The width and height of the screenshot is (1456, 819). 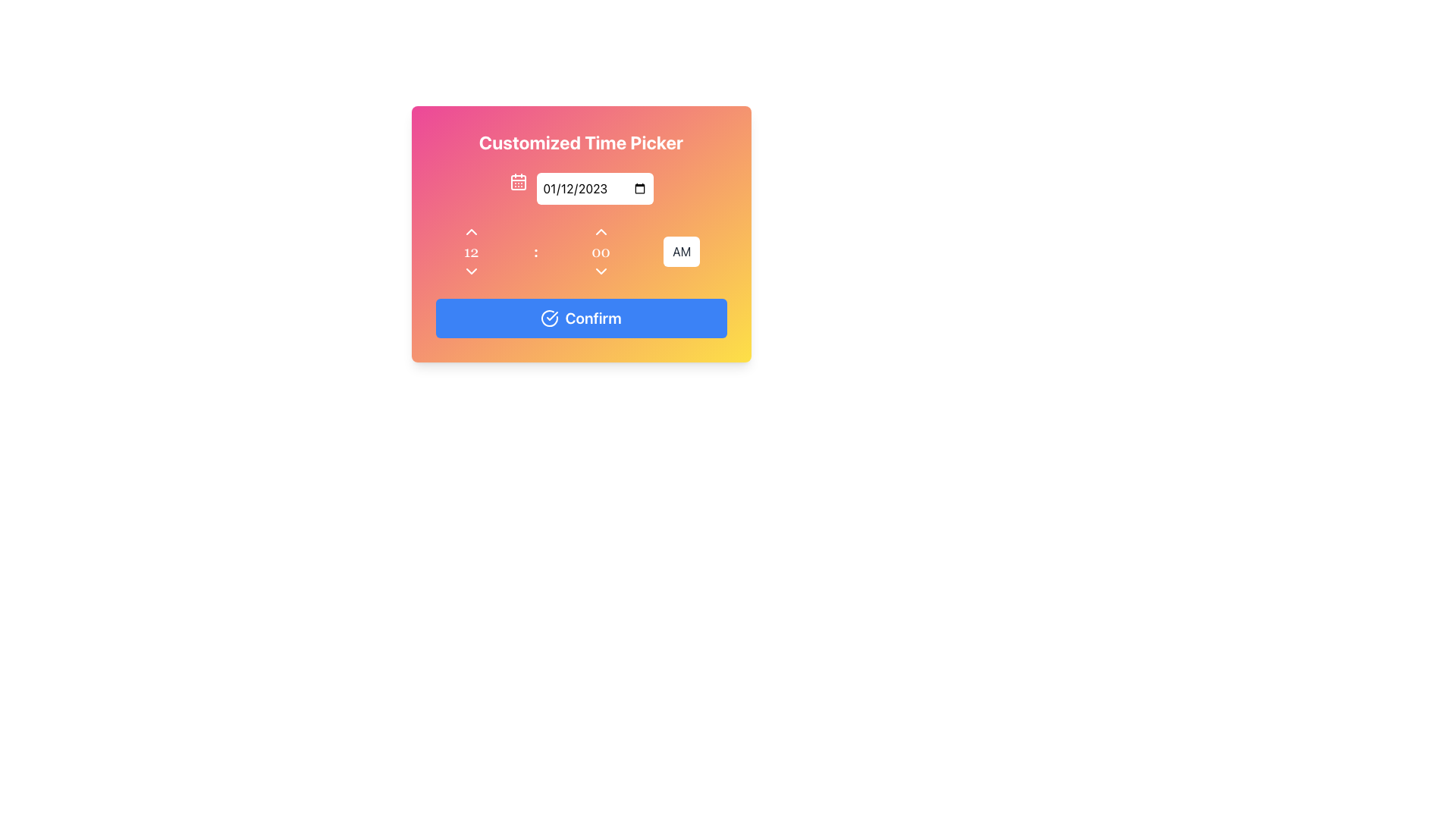 I want to click on the toggle button that switches between 'AM' and 'PM' in the time selection interface, located to the right of the hour and minute selectors, so click(x=680, y=250).